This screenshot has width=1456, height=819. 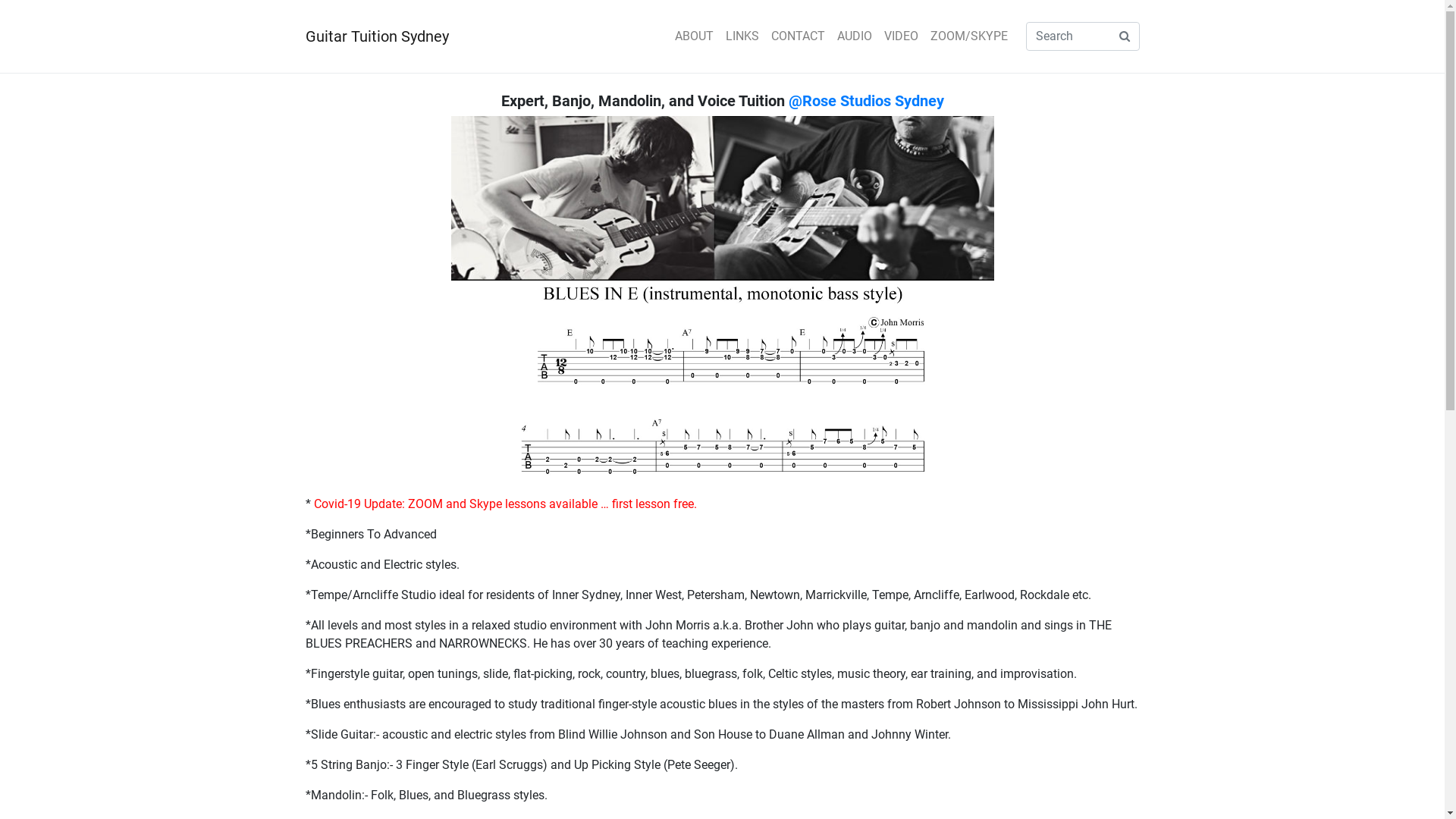 What do you see at coordinates (789, 100) in the screenshot?
I see `'@Rose Studios Sydney'` at bounding box center [789, 100].